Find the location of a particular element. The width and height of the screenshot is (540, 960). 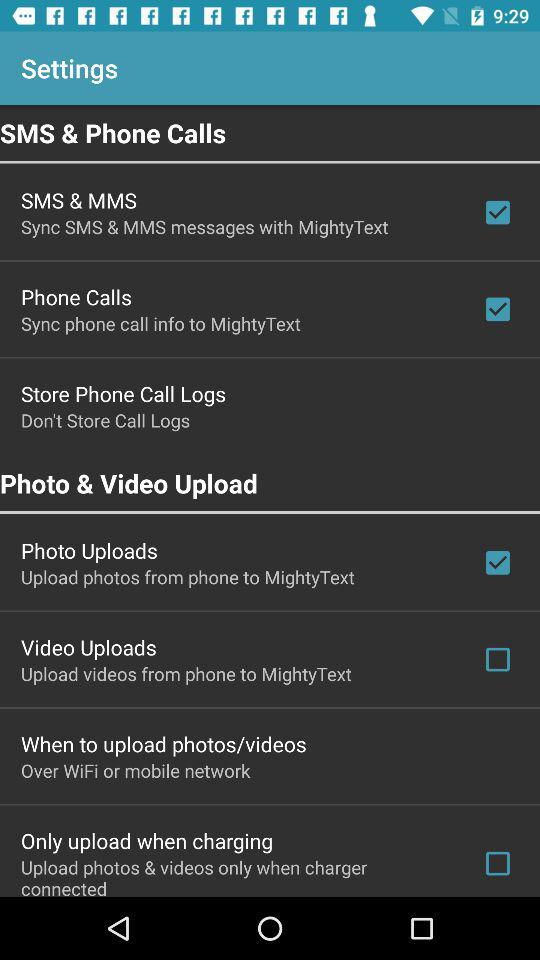

icon above photo & video upload is located at coordinates (105, 419).